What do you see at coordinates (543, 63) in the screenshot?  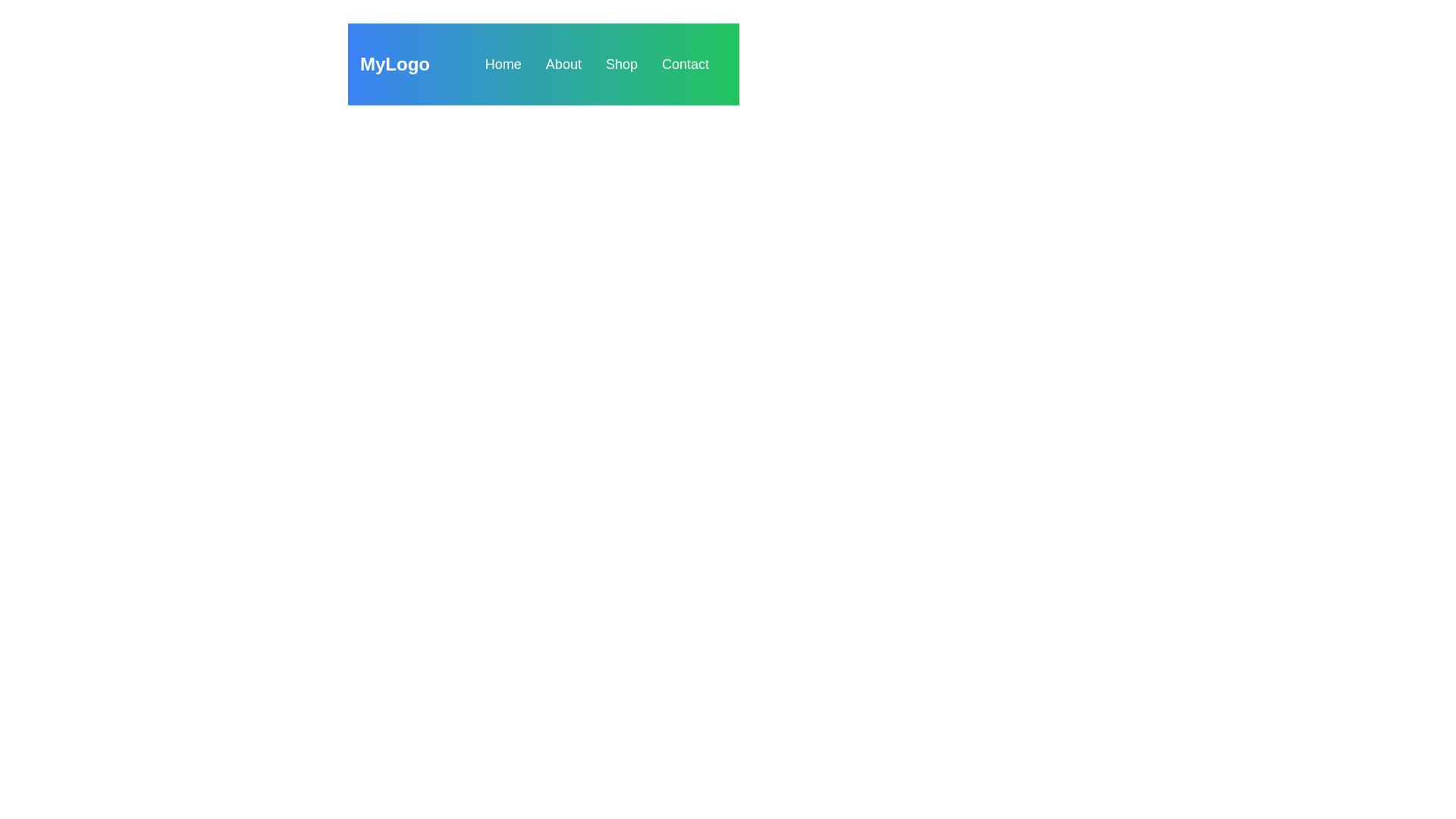 I see `the Horizontal Navigation Bar containing 'MyLogo' on the left and menu items 'Home', 'About', 'Shop', and 'Contact' to the right, which is positioned at the top of the interface with a gradient background` at bounding box center [543, 63].